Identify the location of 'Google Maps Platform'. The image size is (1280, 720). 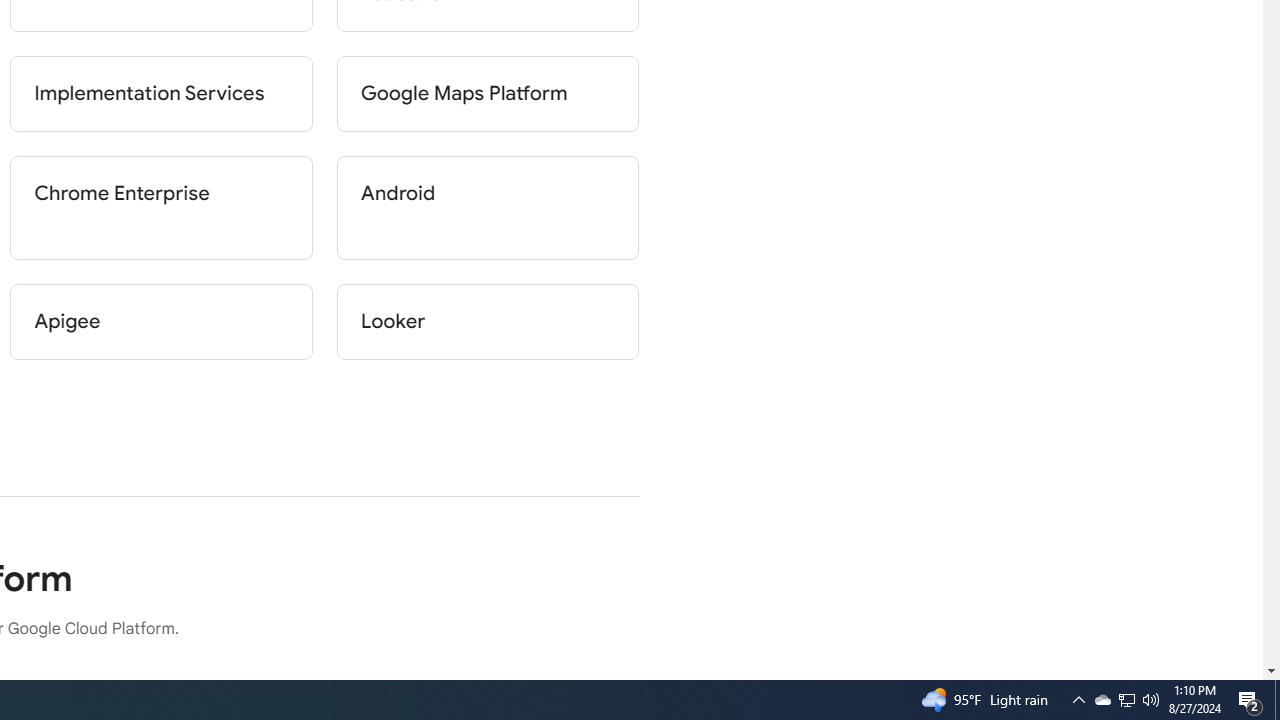
(487, 93).